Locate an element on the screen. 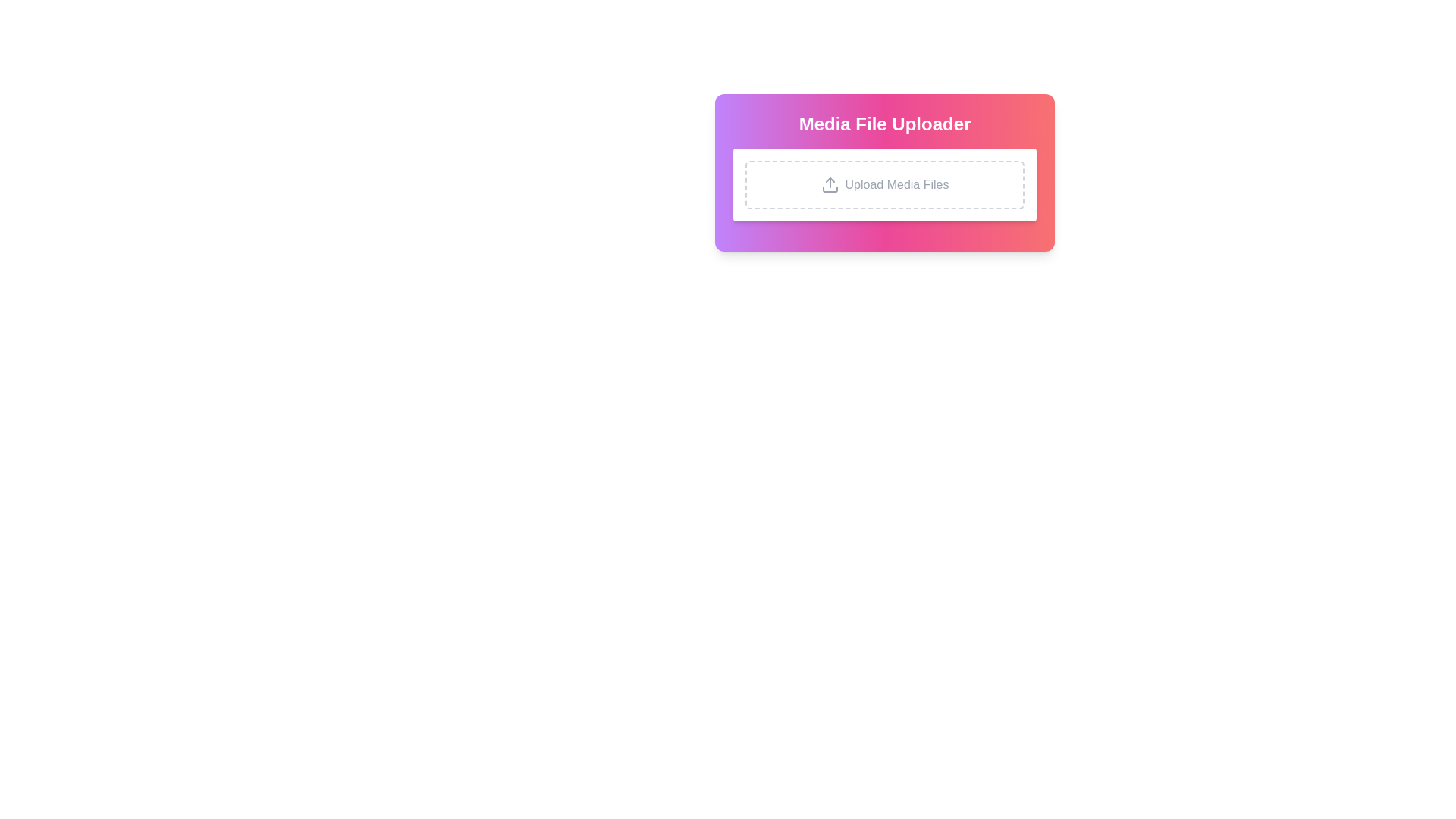 The image size is (1456, 819). the lower horizontal line of the upload icon in the SVG graphic, which is positioned in the center of the file upload interface is located at coordinates (829, 189).